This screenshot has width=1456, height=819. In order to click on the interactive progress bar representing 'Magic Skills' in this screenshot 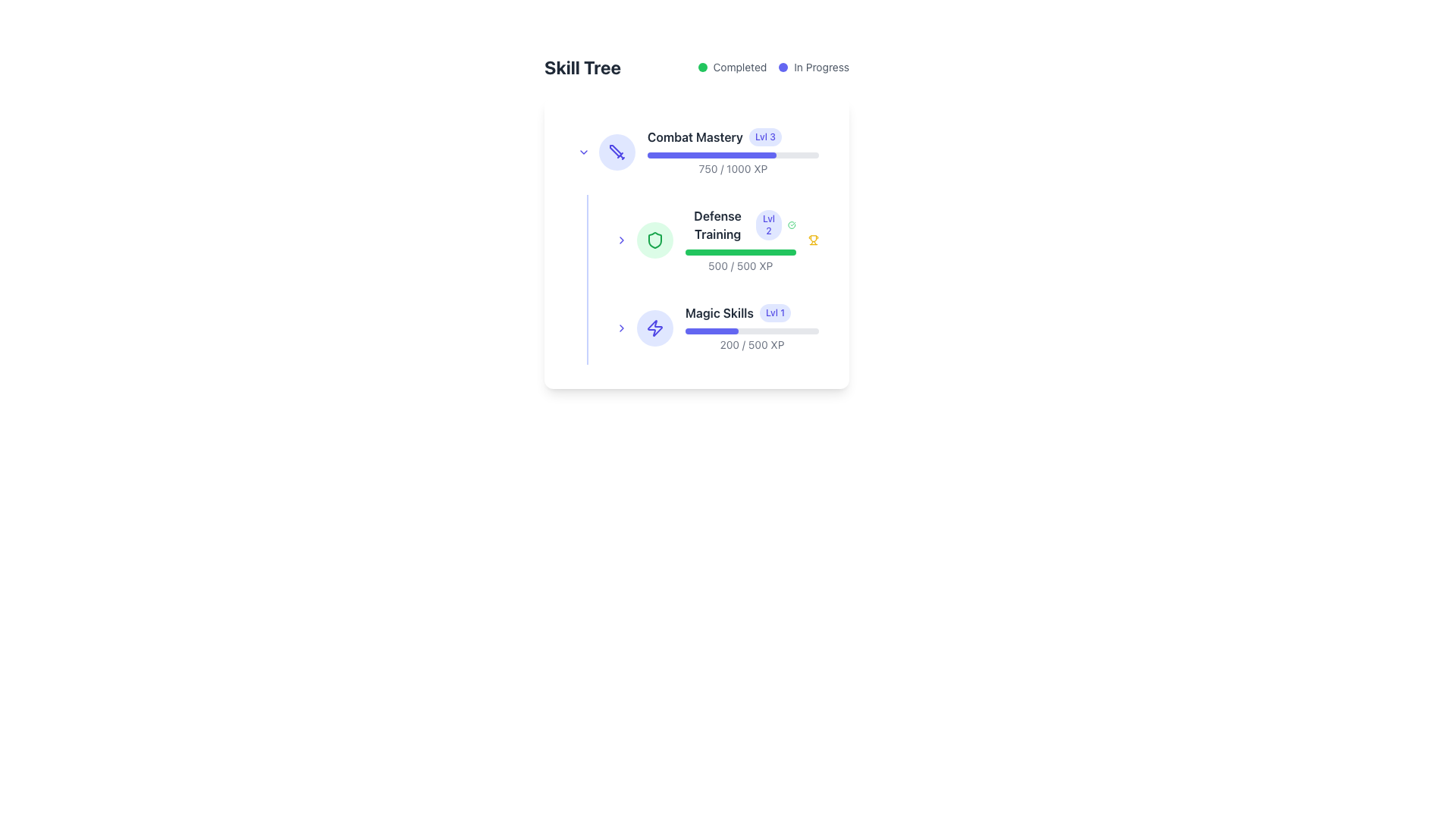, I will do `click(752, 327)`.